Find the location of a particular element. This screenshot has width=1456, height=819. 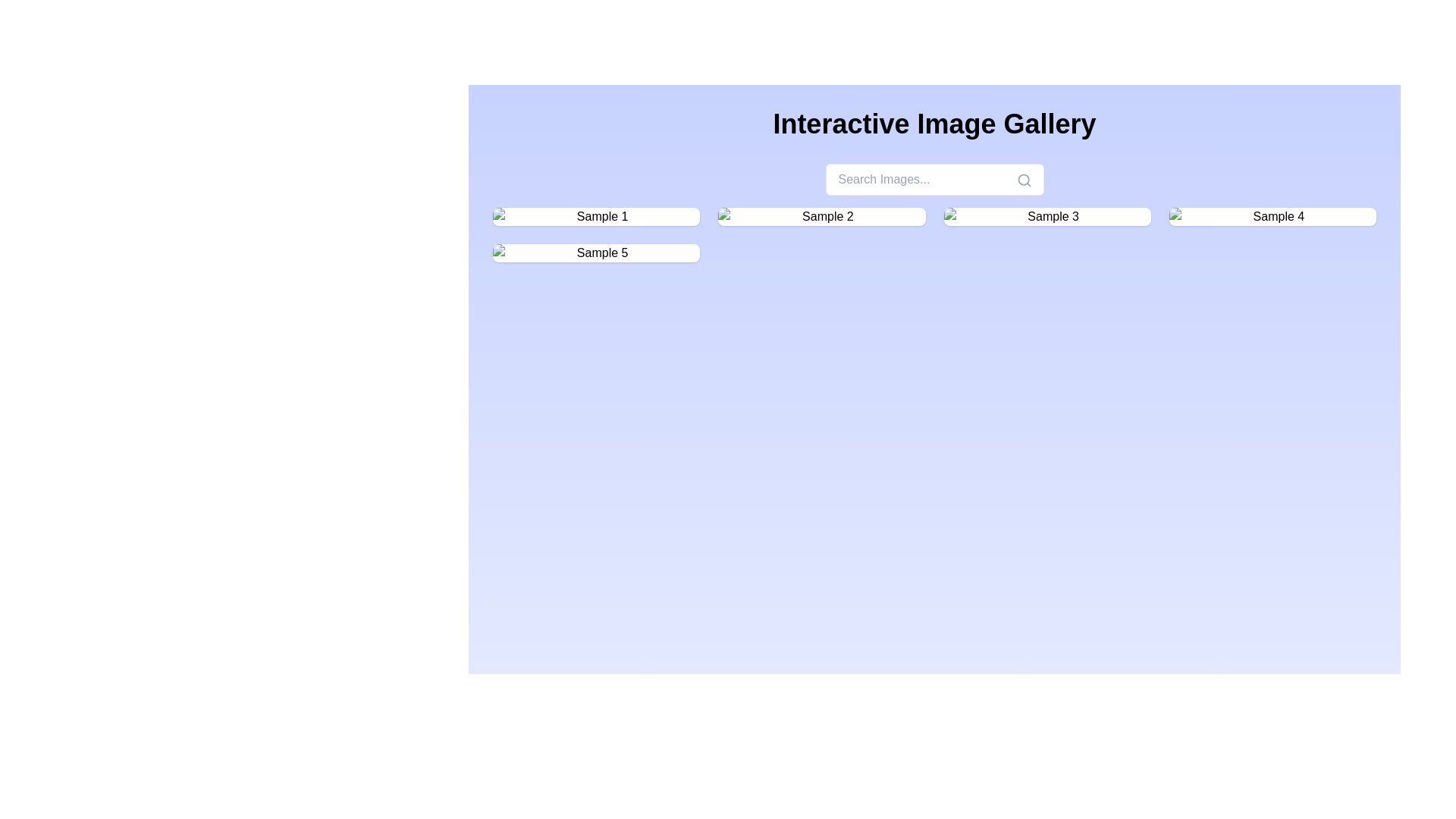

the search button located at the rightmost position inside the 'Search Images...' input field is located at coordinates (1024, 180).